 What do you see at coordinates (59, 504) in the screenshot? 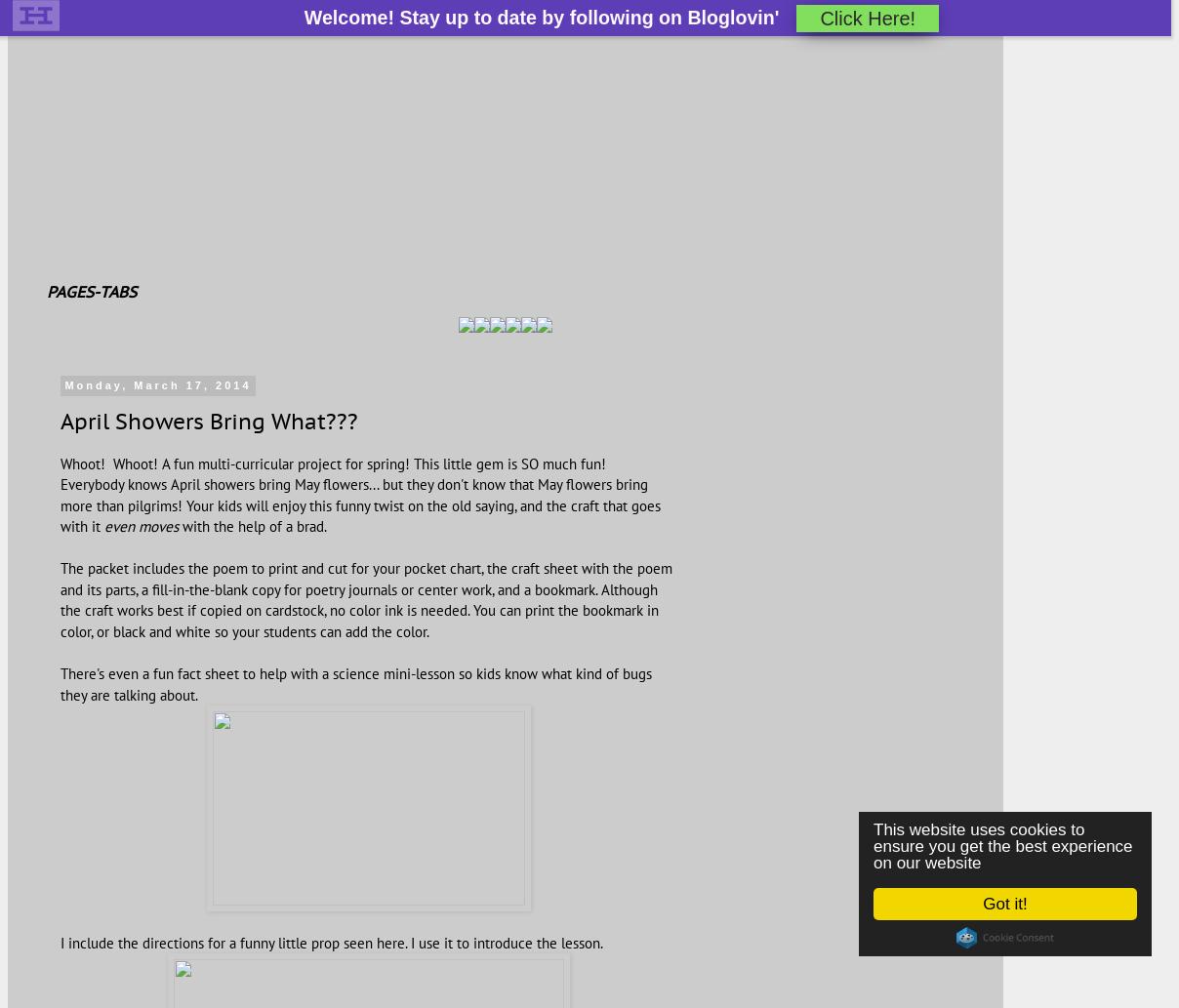
I see `'Everybody knows April showers bring May flowers... but they don't know that May flowers bring more than pilgrims! Your kids will enjoy this funny twist on the old saying, and the craft that goes with it'` at bounding box center [59, 504].